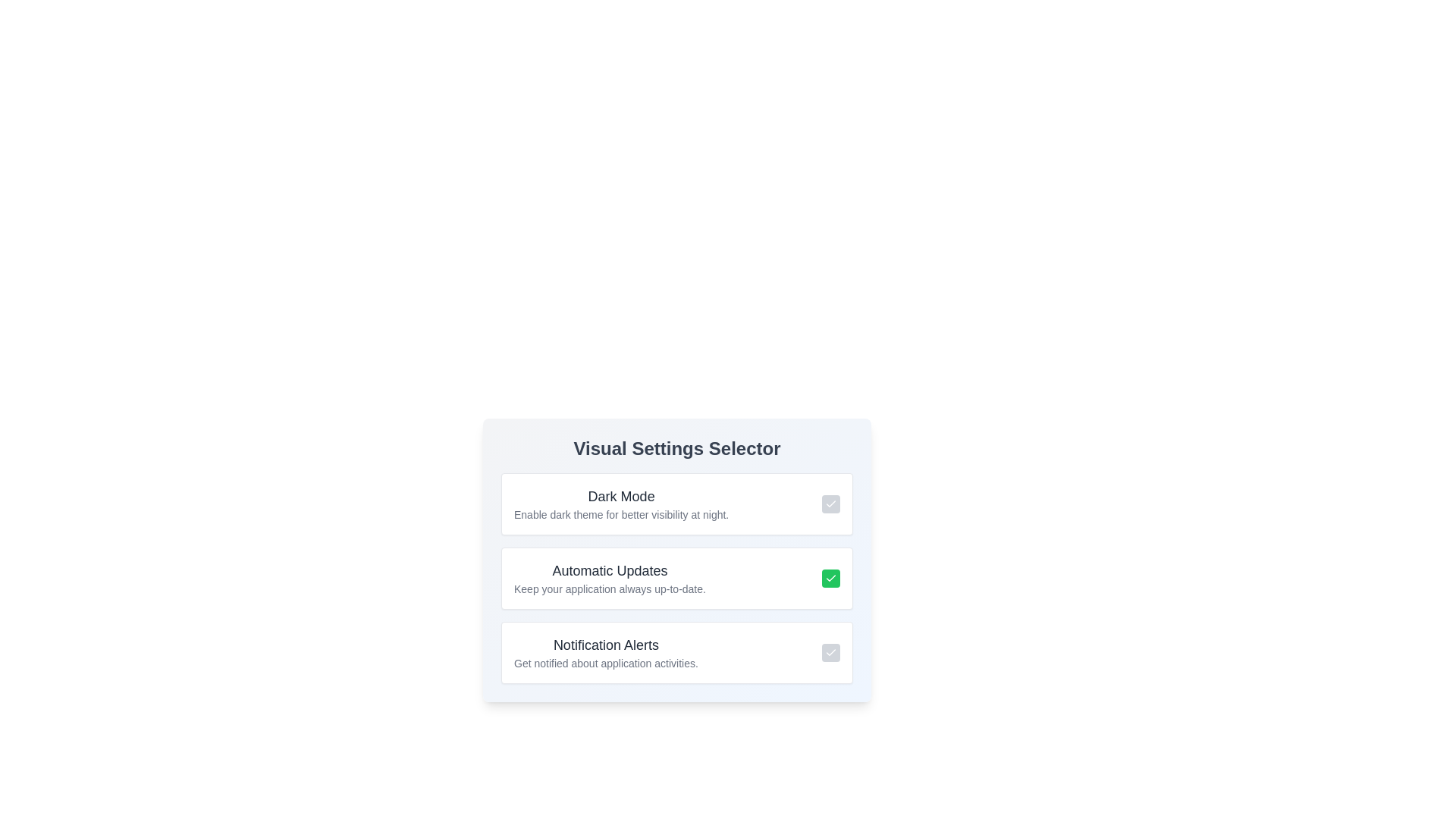 This screenshot has height=819, width=1456. Describe the element at coordinates (676, 579) in the screenshot. I see `the second item in the settings control module, which is a toggle button for enabling or disabling automatic updates, located below 'Dark Mode' and above 'Notification Alerts'` at that location.